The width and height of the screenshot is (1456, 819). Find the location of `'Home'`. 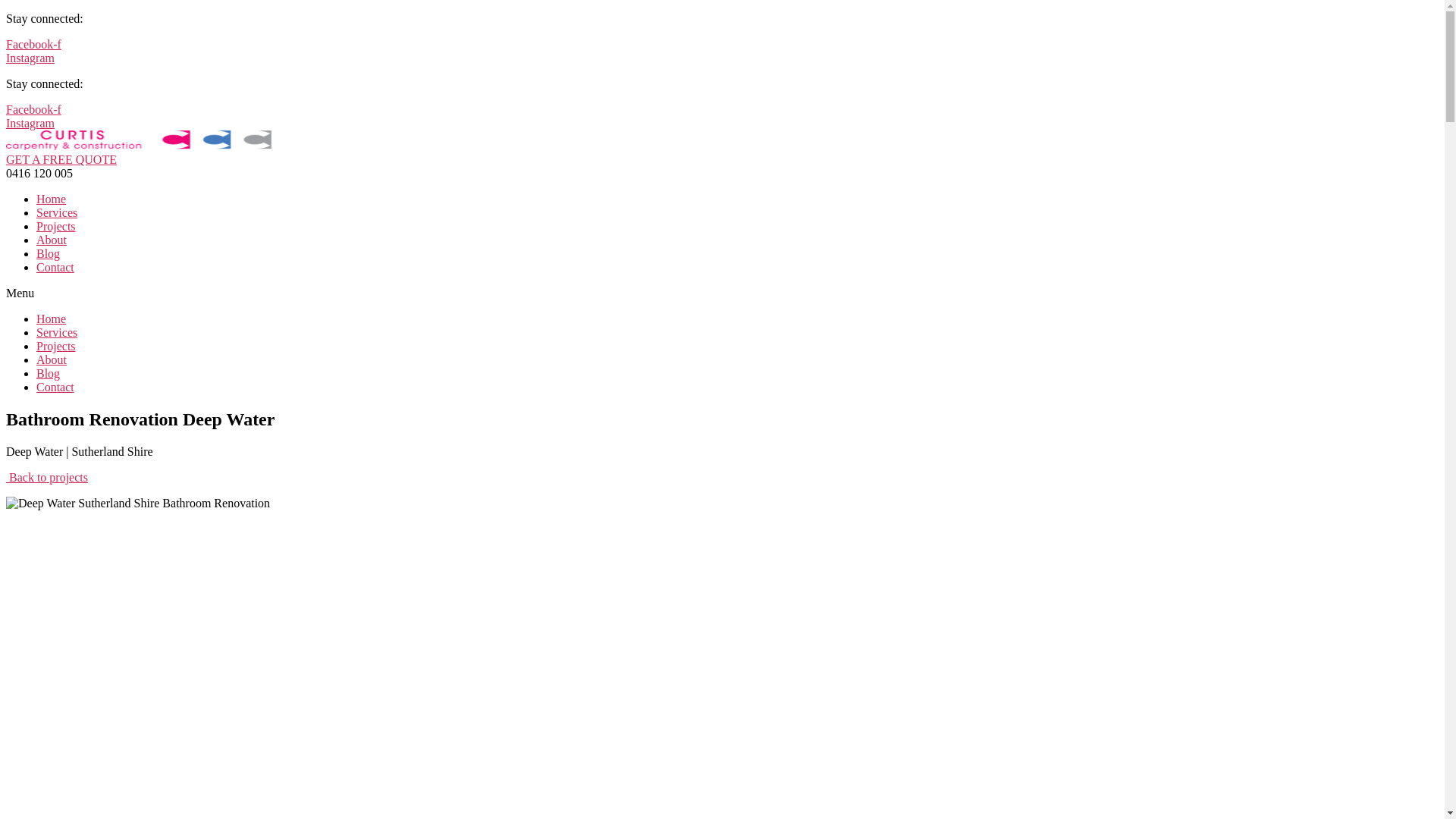

'Home' is located at coordinates (36, 318).